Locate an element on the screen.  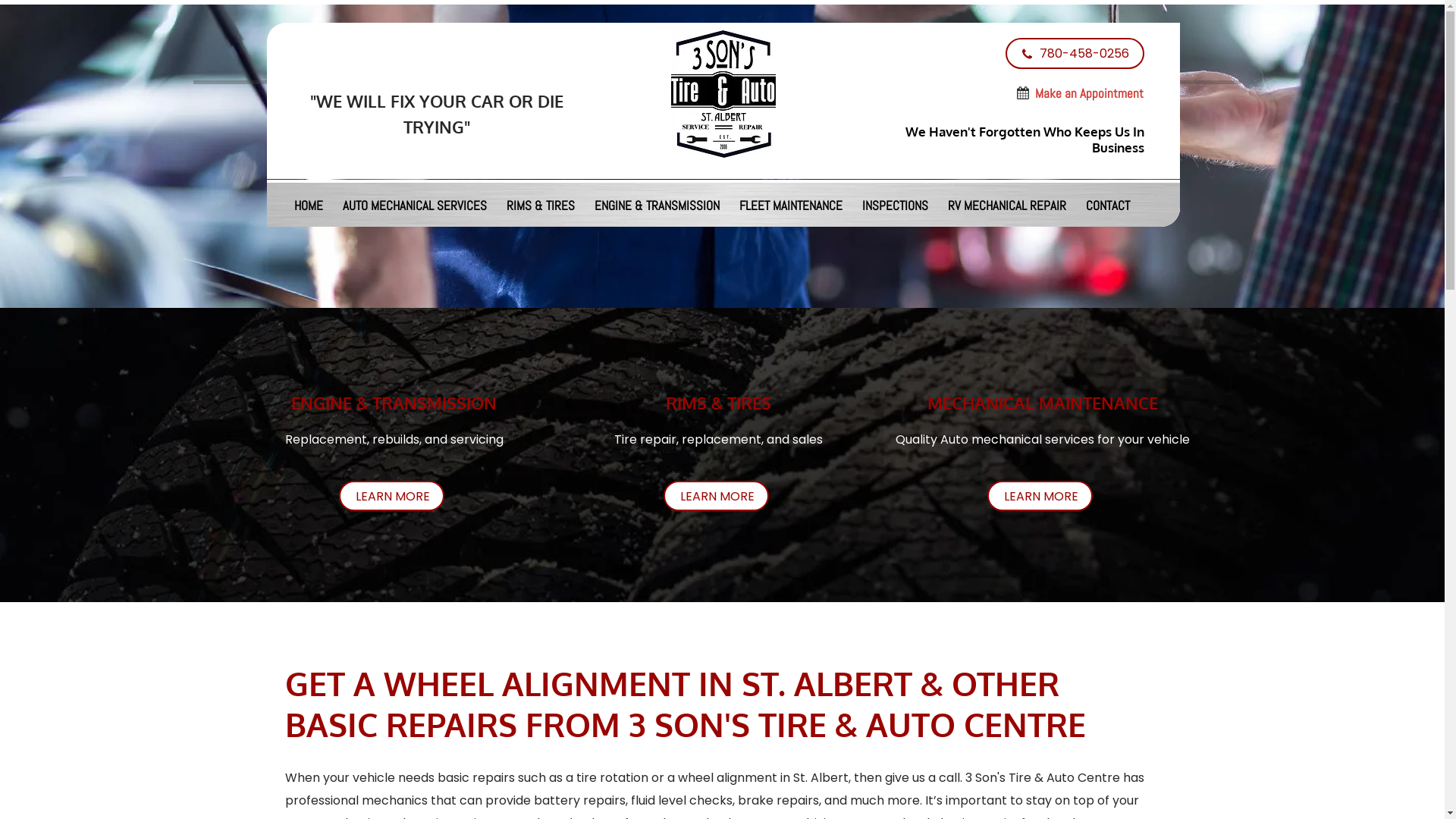
'INSPECTIONS' is located at coordinates (895, 205).